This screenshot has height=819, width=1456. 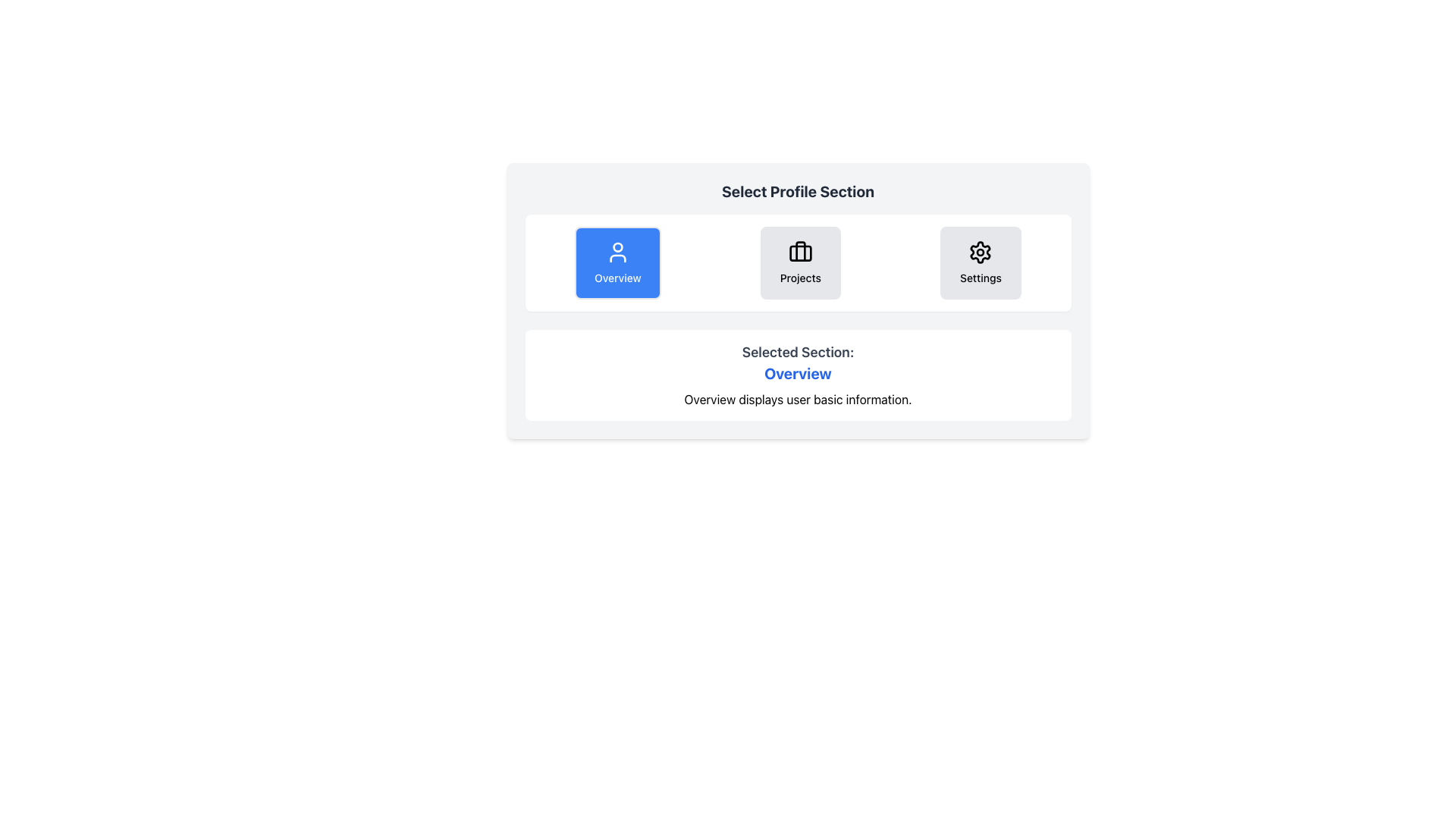 What do you see at coordinates (981, 251) in the screenshot?
I see `the 'Settings' icon located in the rightmost column of the interface` at bounding box center [981, 251].